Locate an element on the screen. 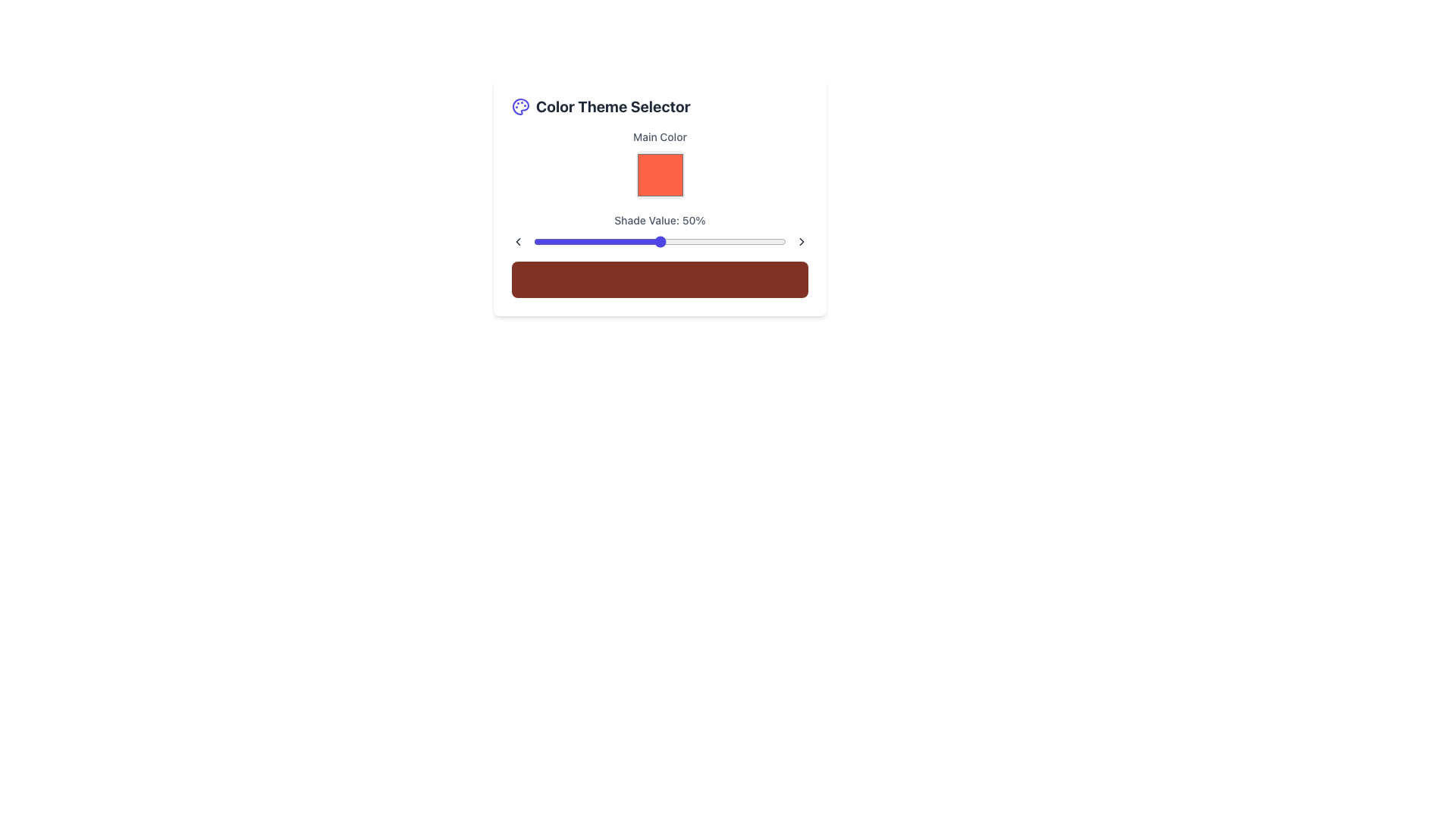 The height and width of the screenshot is (819, 1456). and drag the handle of the Range slider located below the label 'Shade Value: 50%' to adjust the value is located at coordinates (660, 241).